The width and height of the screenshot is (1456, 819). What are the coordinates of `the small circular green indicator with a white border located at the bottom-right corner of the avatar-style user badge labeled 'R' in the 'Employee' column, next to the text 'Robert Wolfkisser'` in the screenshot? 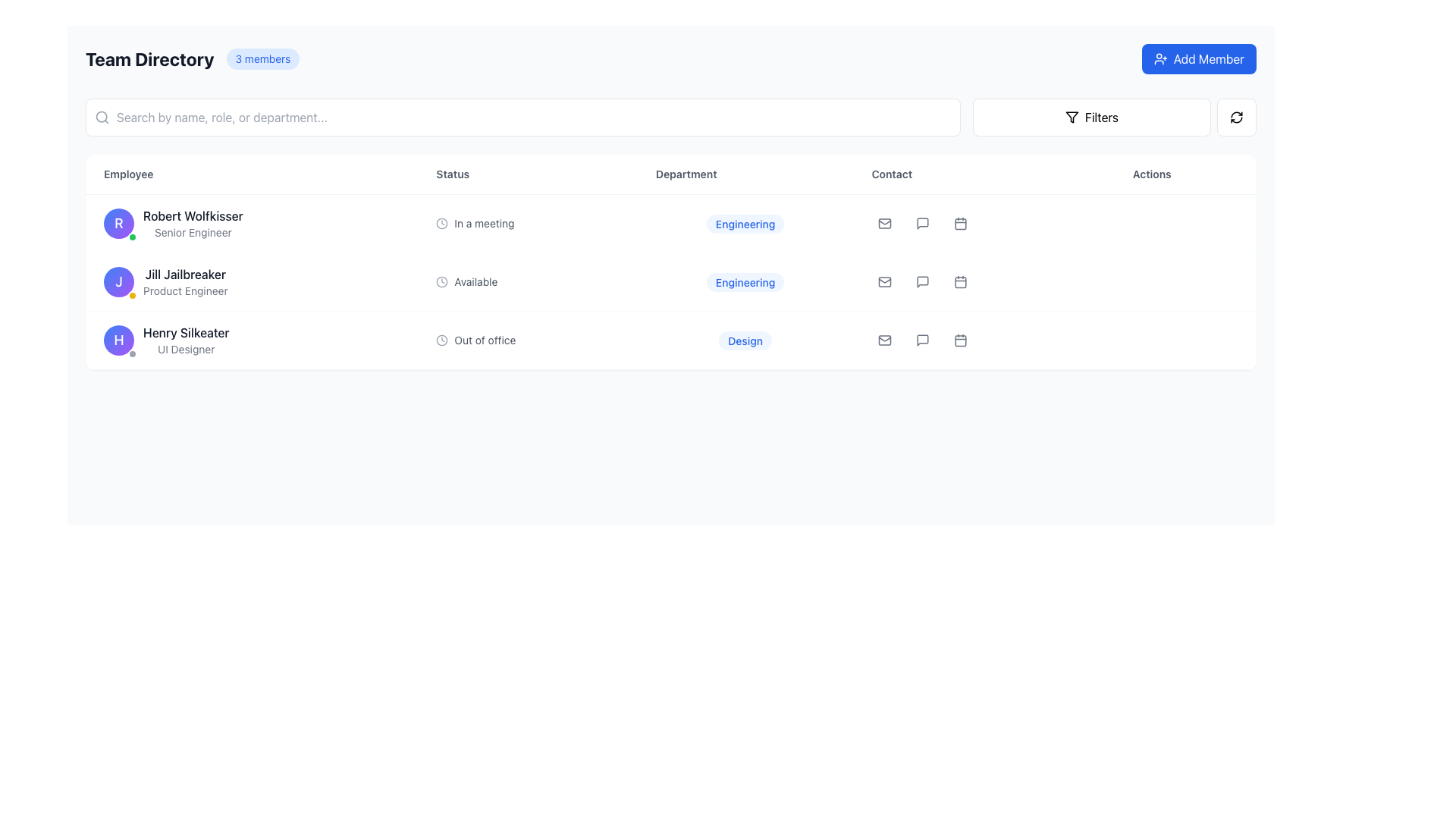 It's located at (132, 237).